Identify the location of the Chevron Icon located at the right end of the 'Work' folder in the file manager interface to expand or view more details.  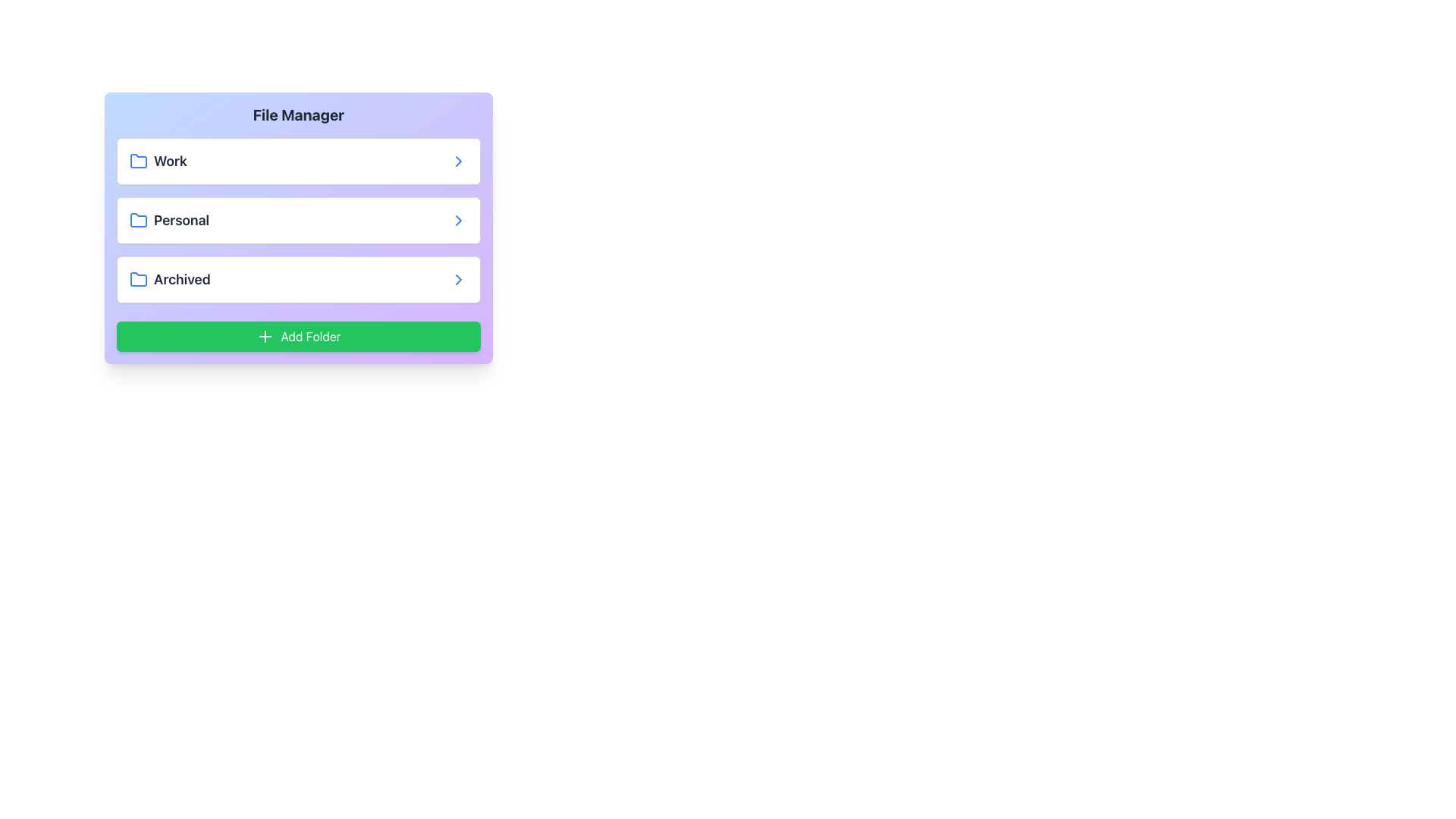
(457, 161).